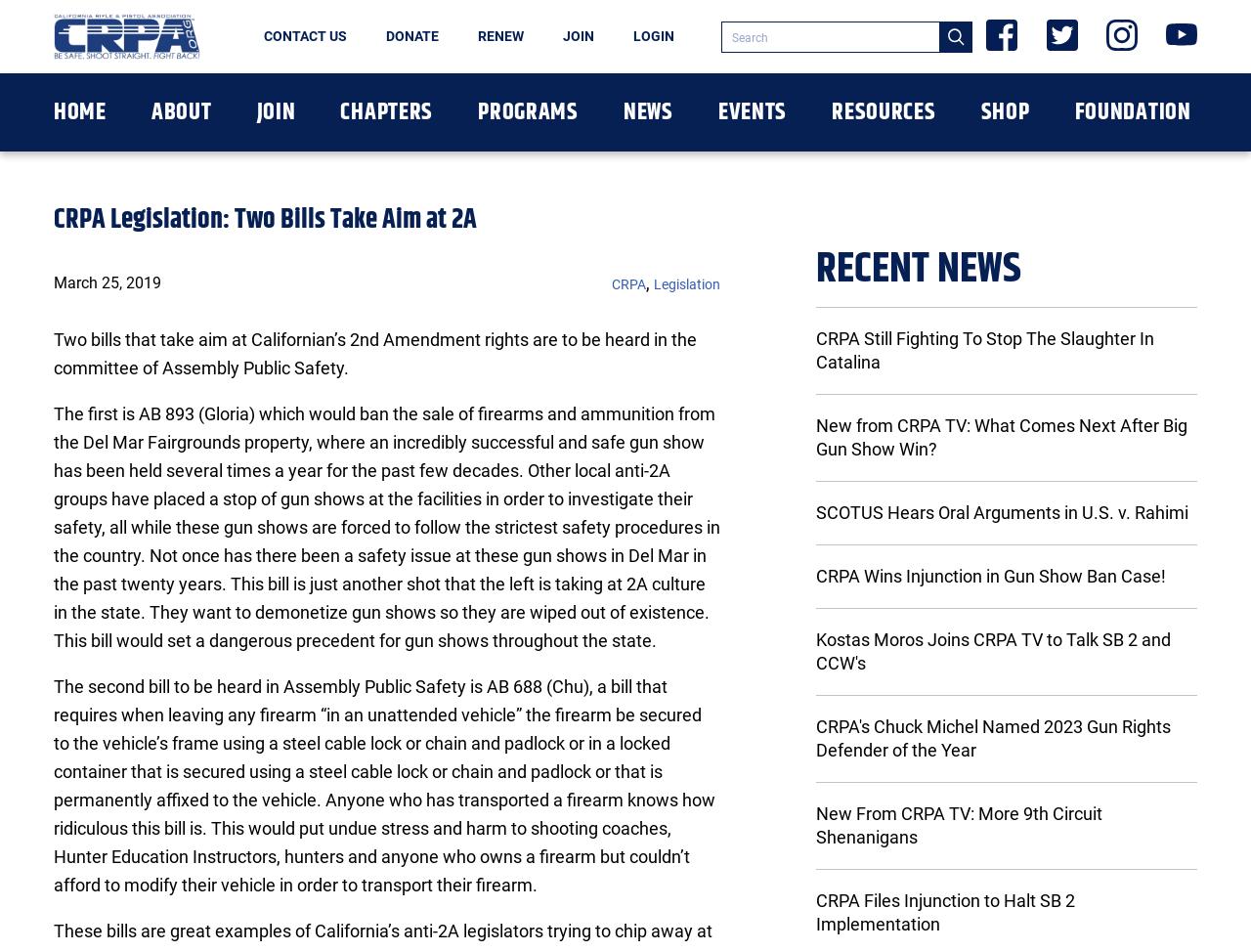 This screenshot has height=952, width=1251. What do you see at coordinates (411, 36) in the screenshot?
I see `'Donate'` at bounding box center [411, 36].